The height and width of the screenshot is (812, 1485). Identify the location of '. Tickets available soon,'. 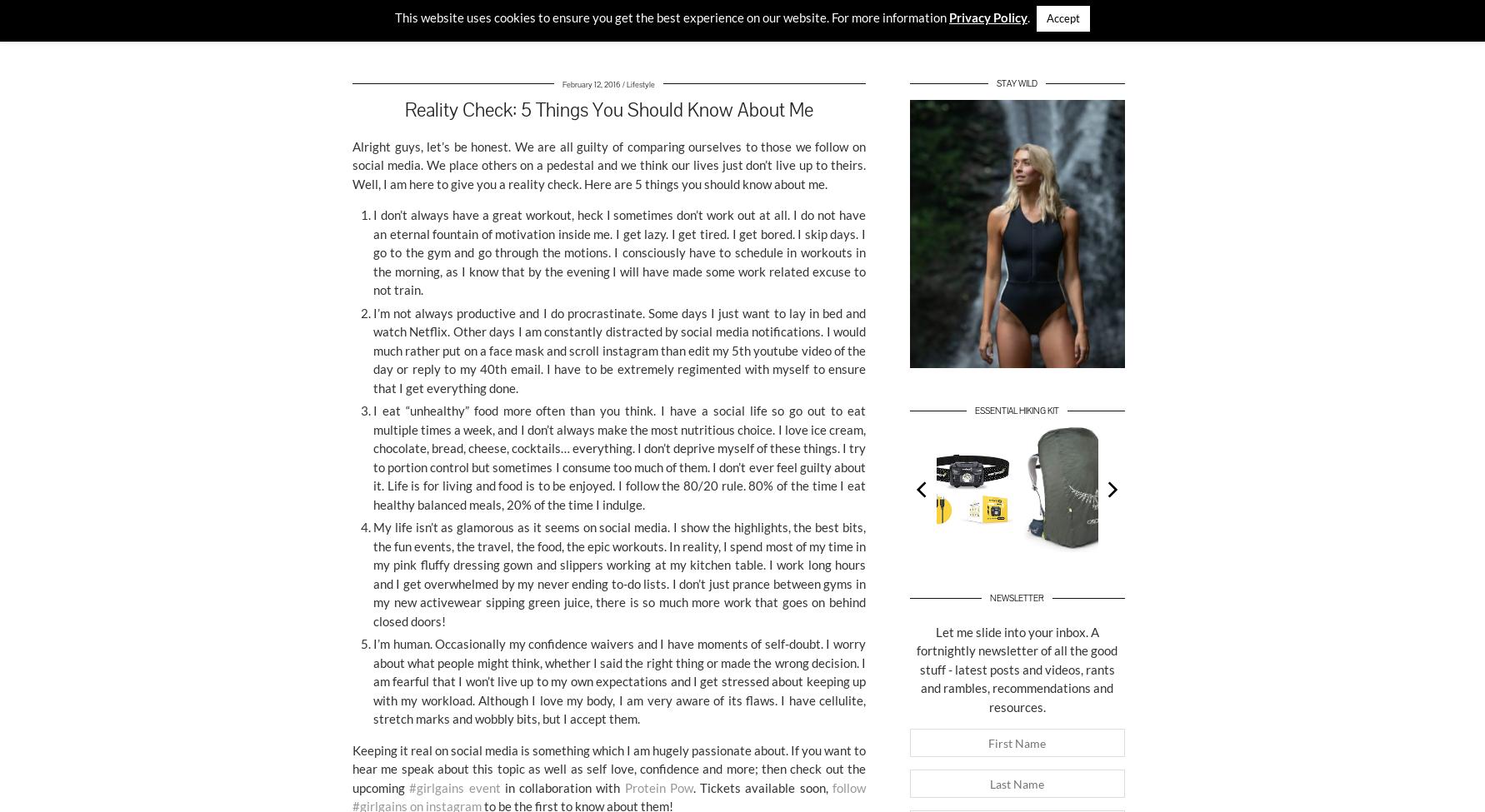
(691, 785).